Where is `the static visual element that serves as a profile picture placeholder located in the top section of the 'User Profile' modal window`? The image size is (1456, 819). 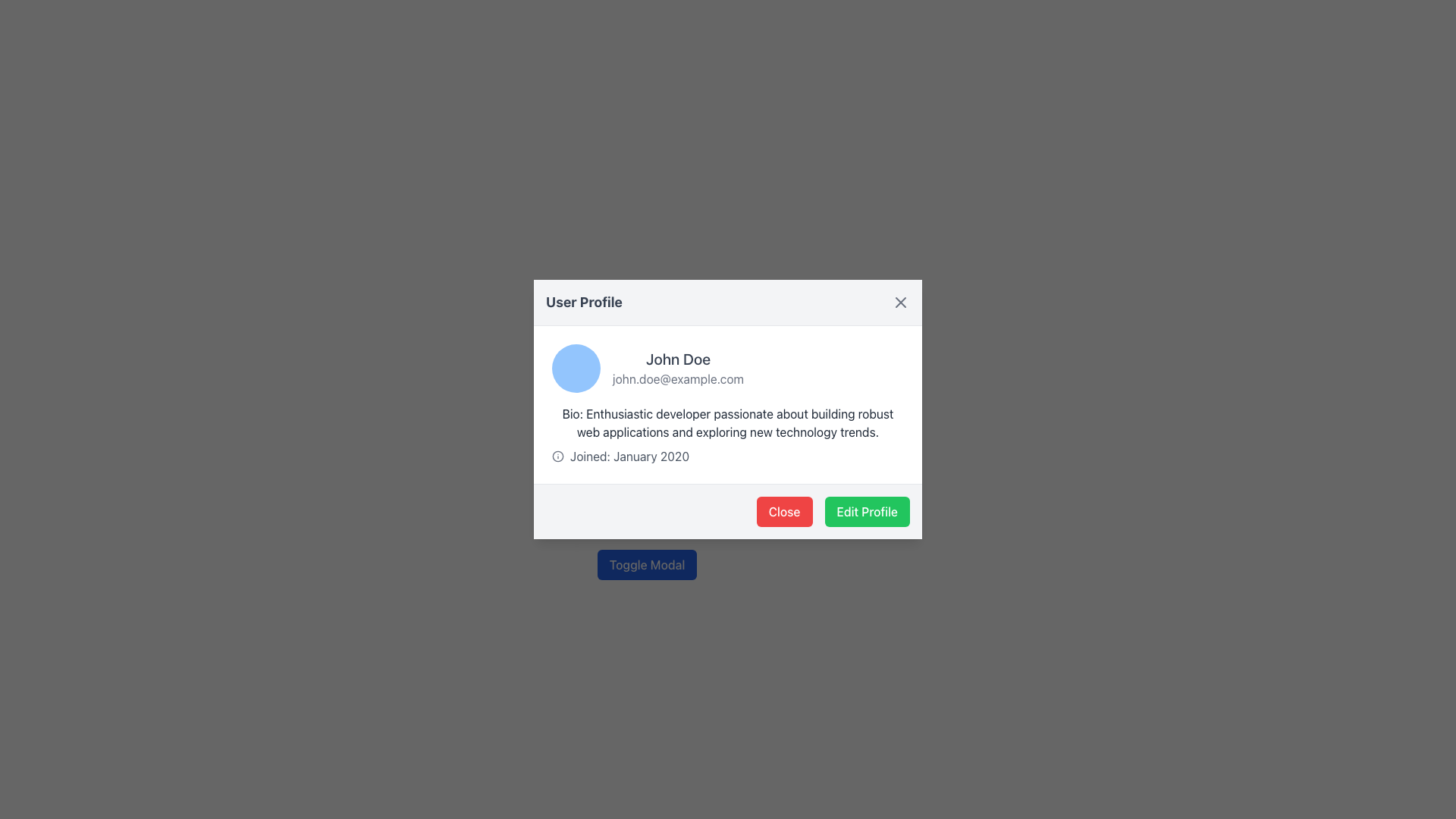
the static visual element that serves as a profile picture placeholder located in the top section of the 'User Profile' modal window is located at coordinates (575, 369).